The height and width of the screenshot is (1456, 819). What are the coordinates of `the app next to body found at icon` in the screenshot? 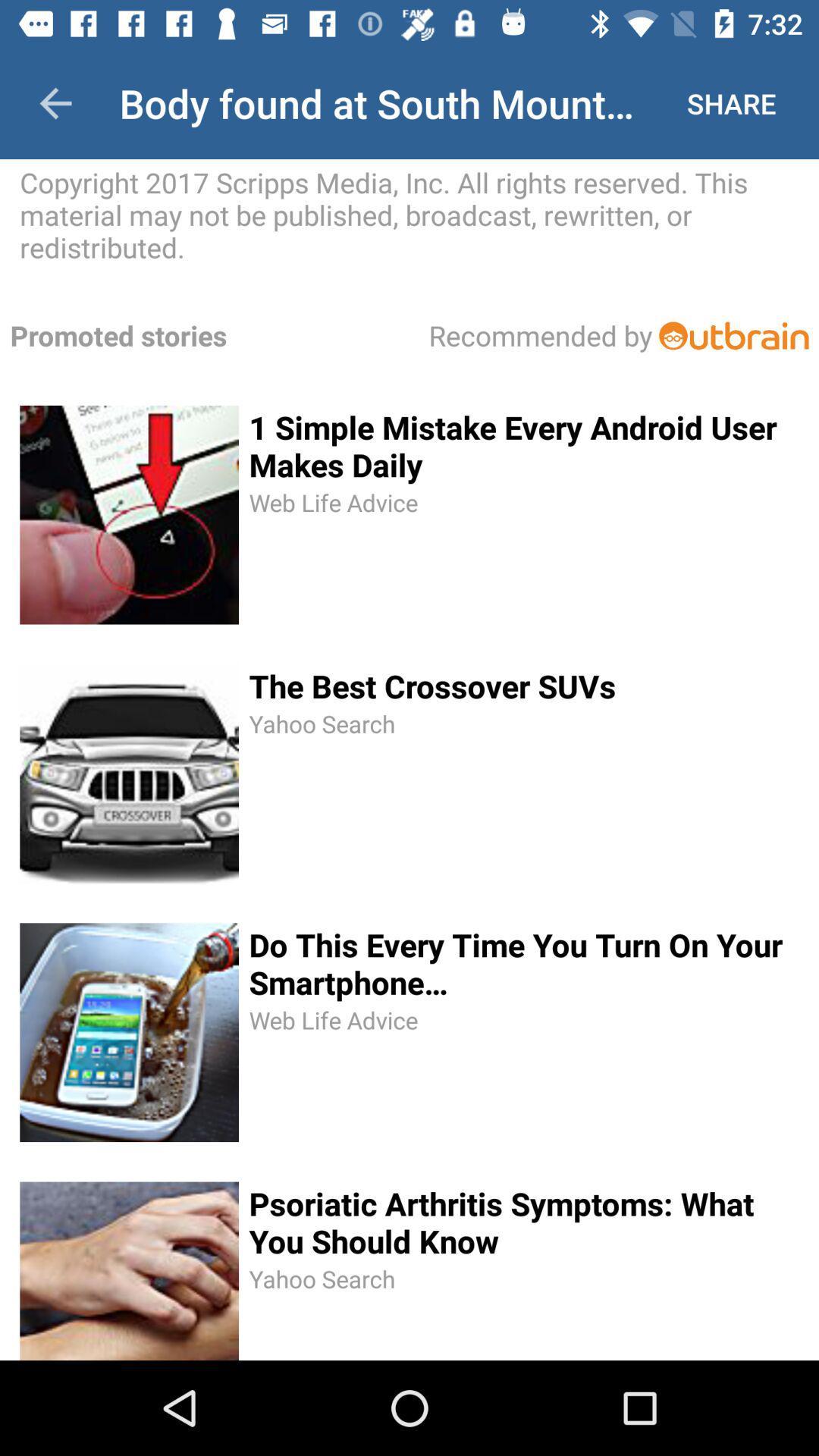 It's located at (55, 102).